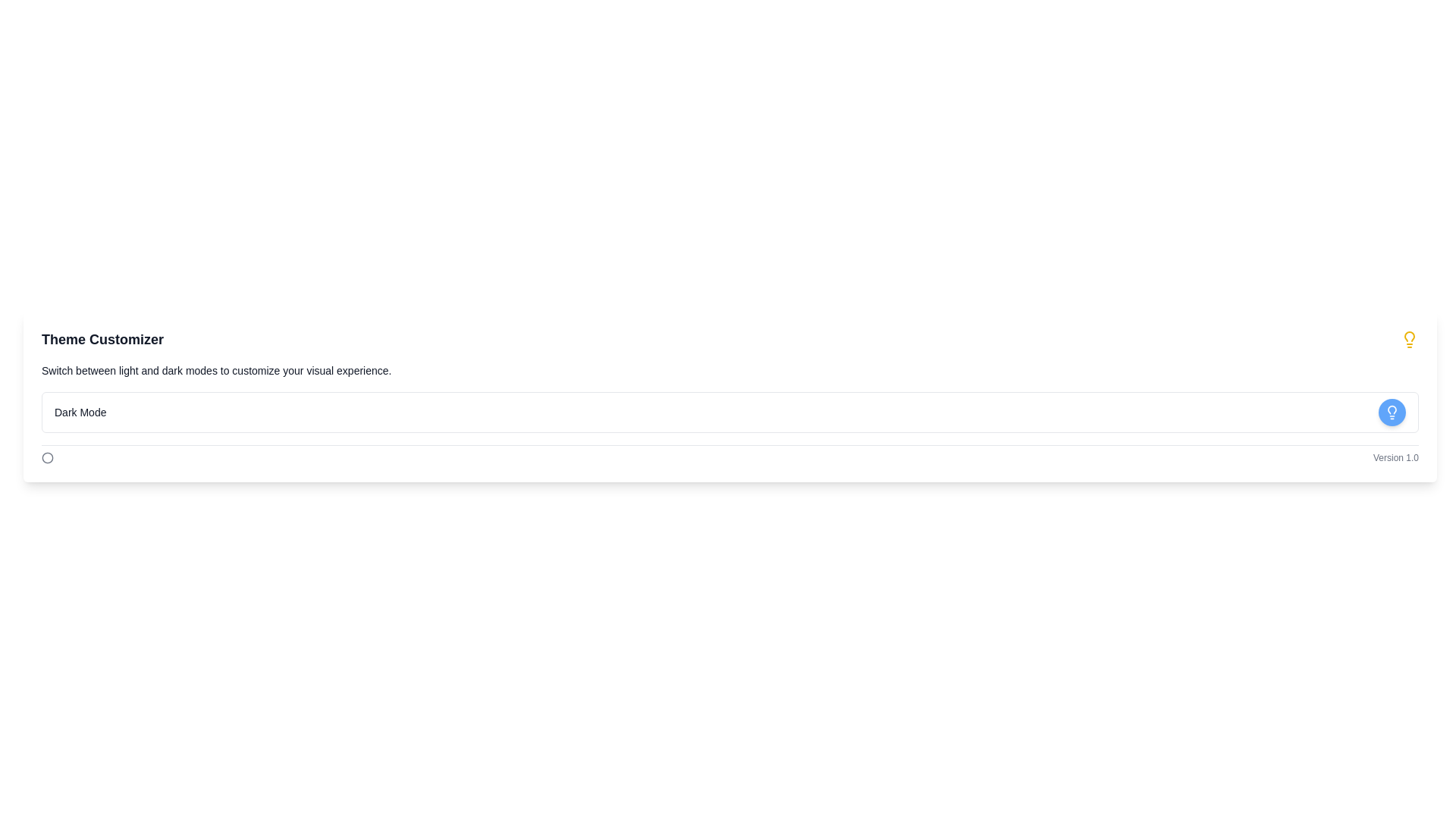 The image size is (1456, 819). What do you see at coordinates (1395, 457) in the screenshot?
I see `the informational Text Label indicating the version number of the software, located at the bottom-right corner of the interface` at bounding box center [1395, 457].